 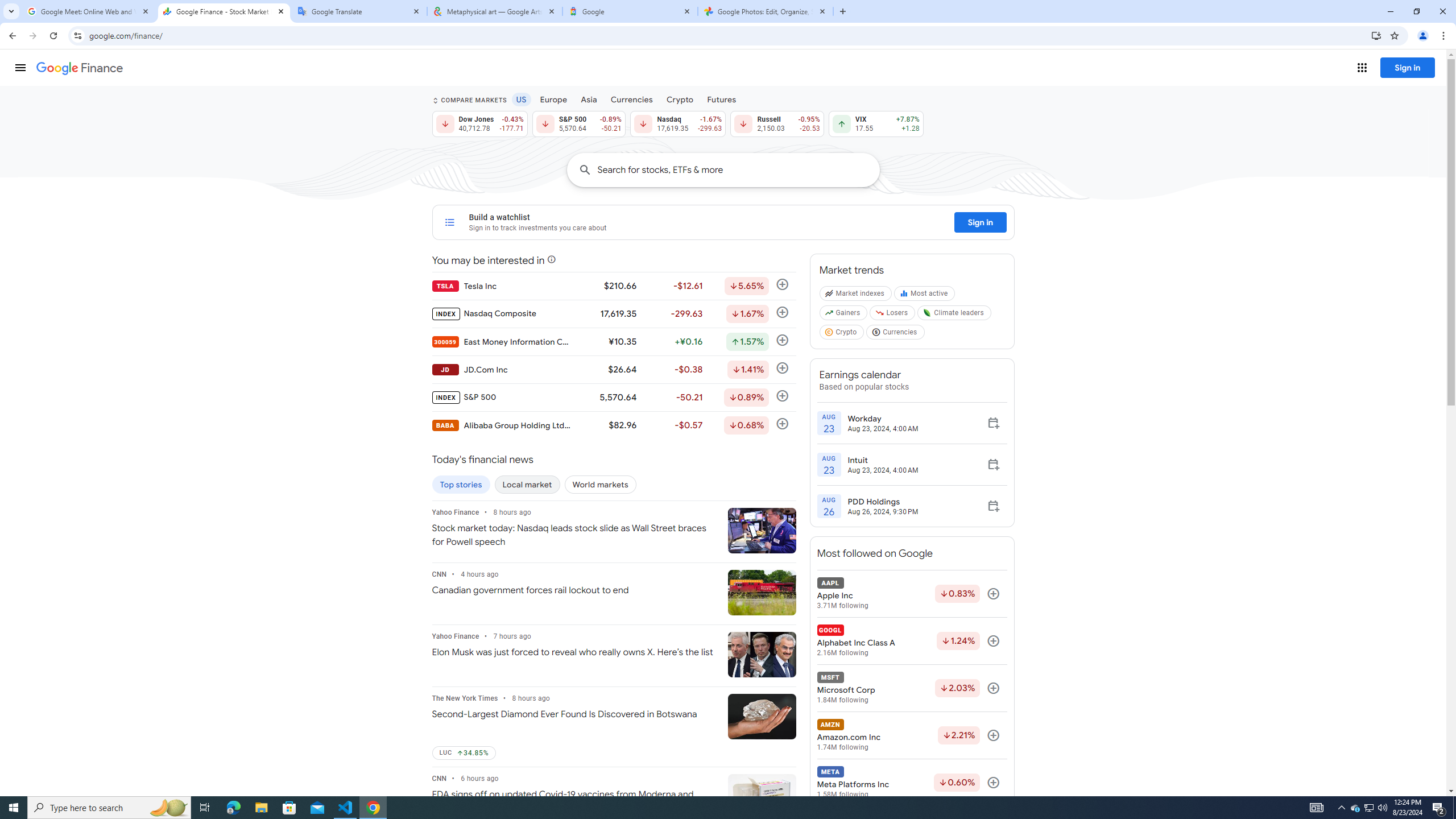 I want to click on 'Crypto', so click(x=841, y=334).